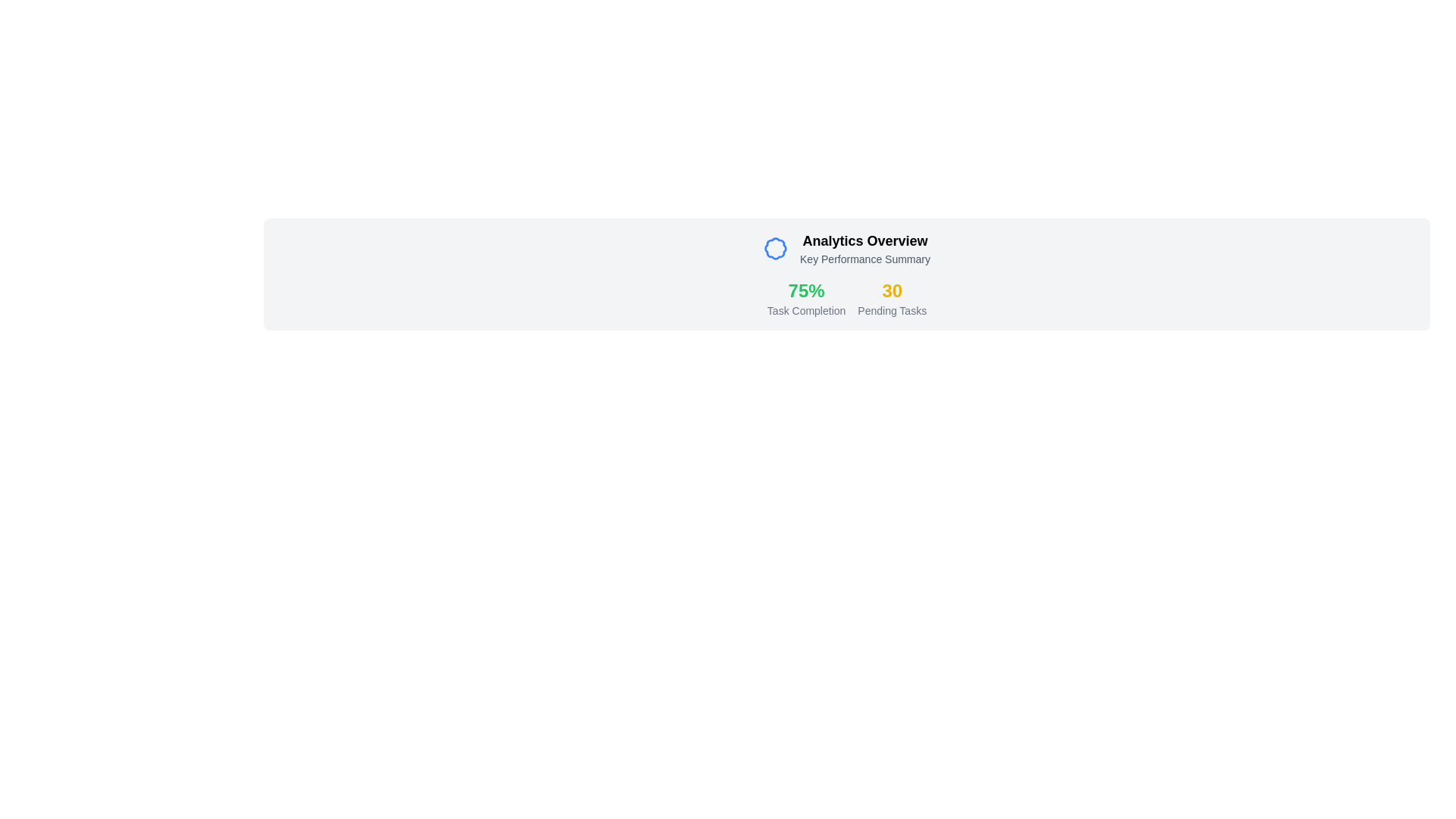 The image size is (1456, 819). What do you see at coordinates (805, 298) in the screenshot?
I see `the Informational display with text that shows '75%' in a large, bold, green font and 'Task Completion' in smaller, gray font, positioned in the Analytics Overview section` at bounding box center [805, 298].